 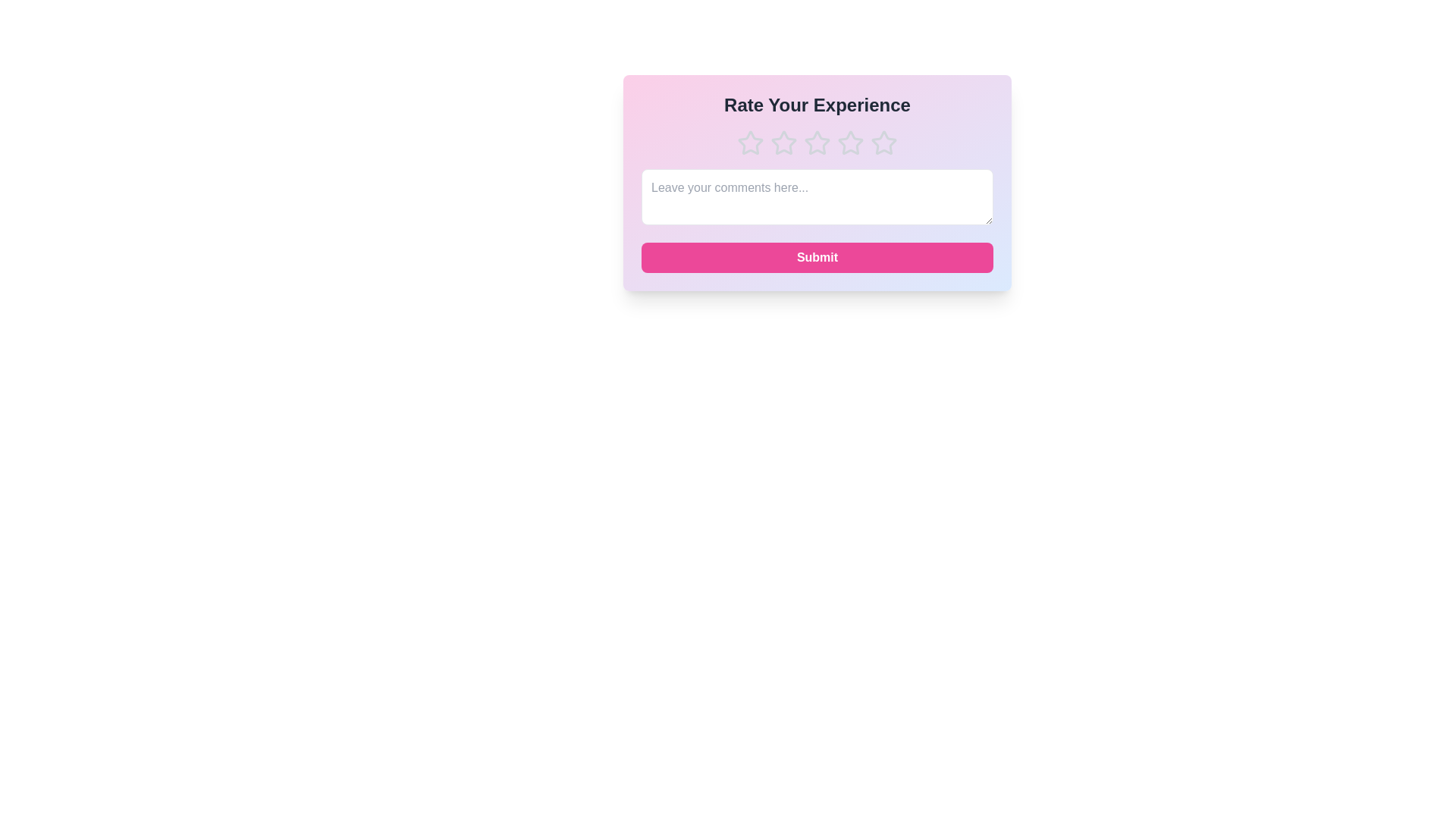 I want to click on the star corresponding to the rating 3 to set the experience rating, so click(x=817, y=143).